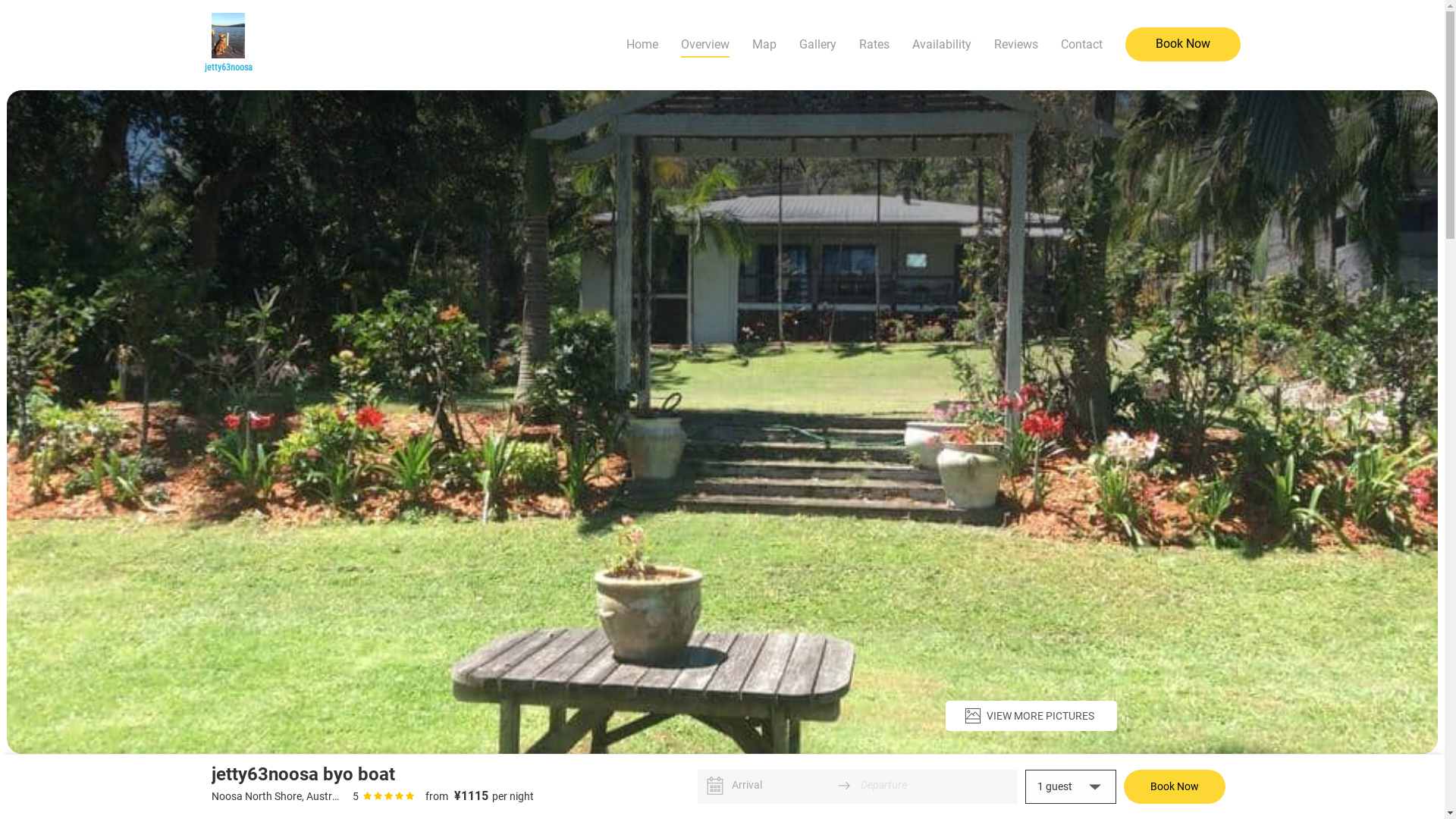  Describe the element at coordinates (1125, 43) in the screenshot. I see `'Book Now'` at that location.